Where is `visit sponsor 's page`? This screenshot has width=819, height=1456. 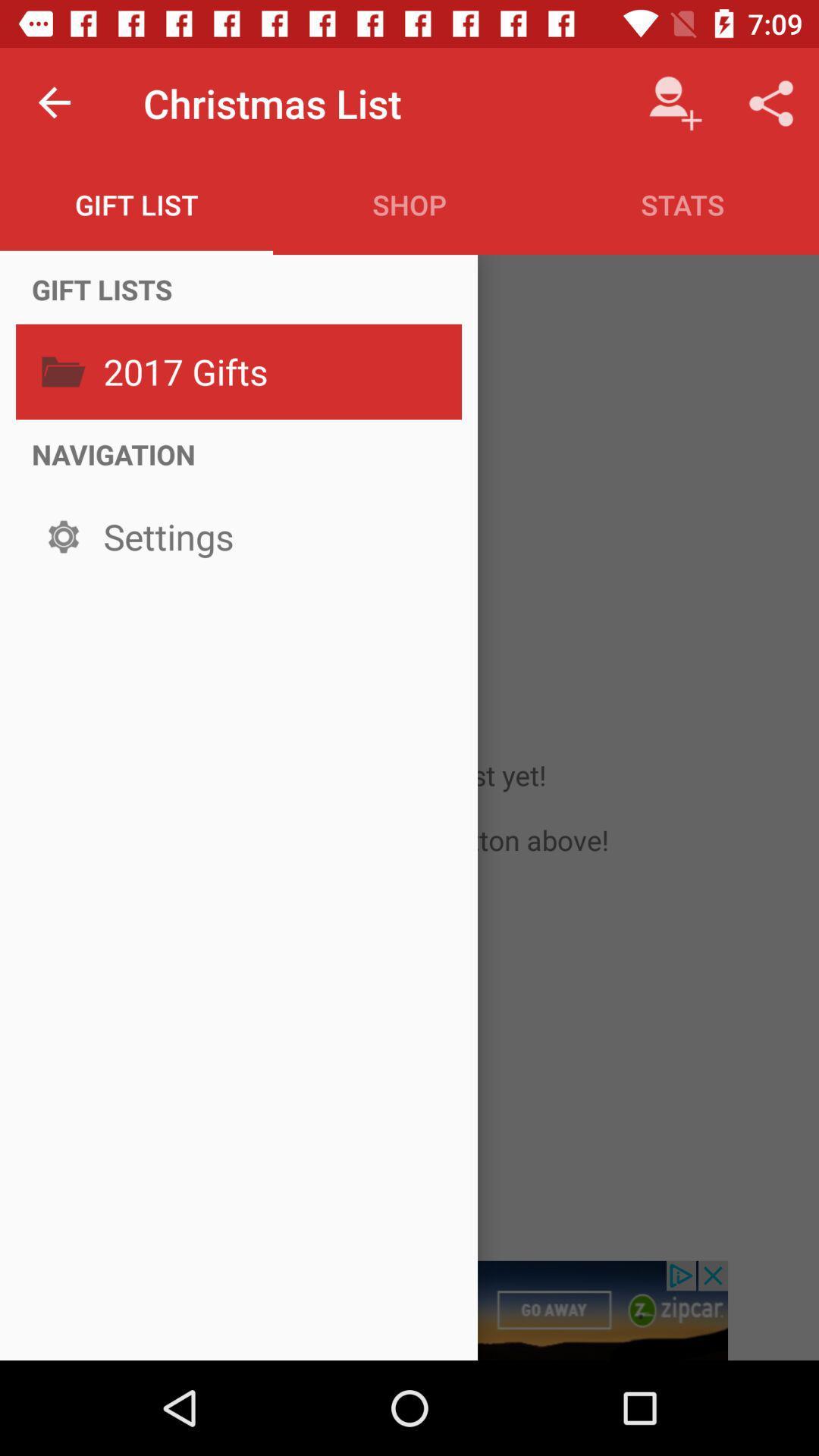 visit sponsor 's page is located at coordinates (409, 1310).